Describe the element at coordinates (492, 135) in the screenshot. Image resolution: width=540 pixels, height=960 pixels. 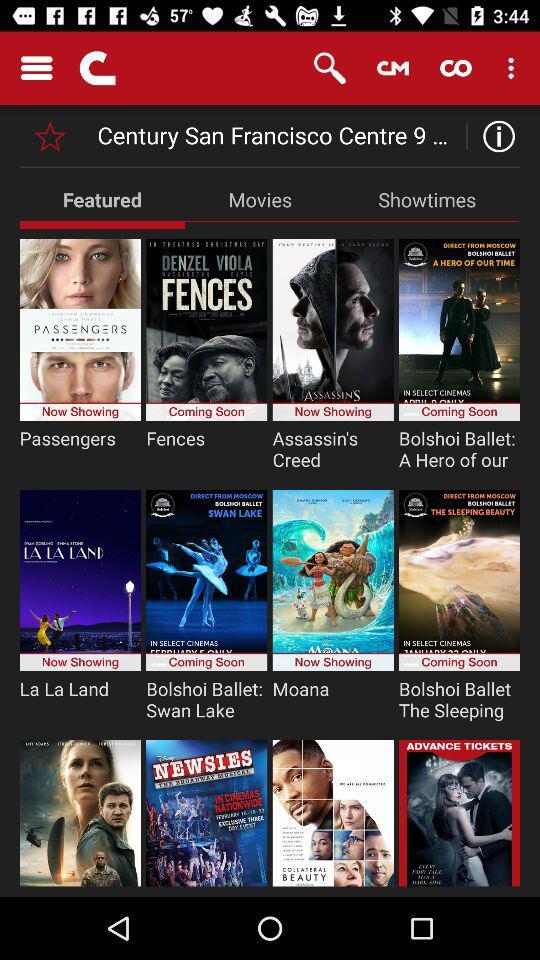
I see `information option` at that location.